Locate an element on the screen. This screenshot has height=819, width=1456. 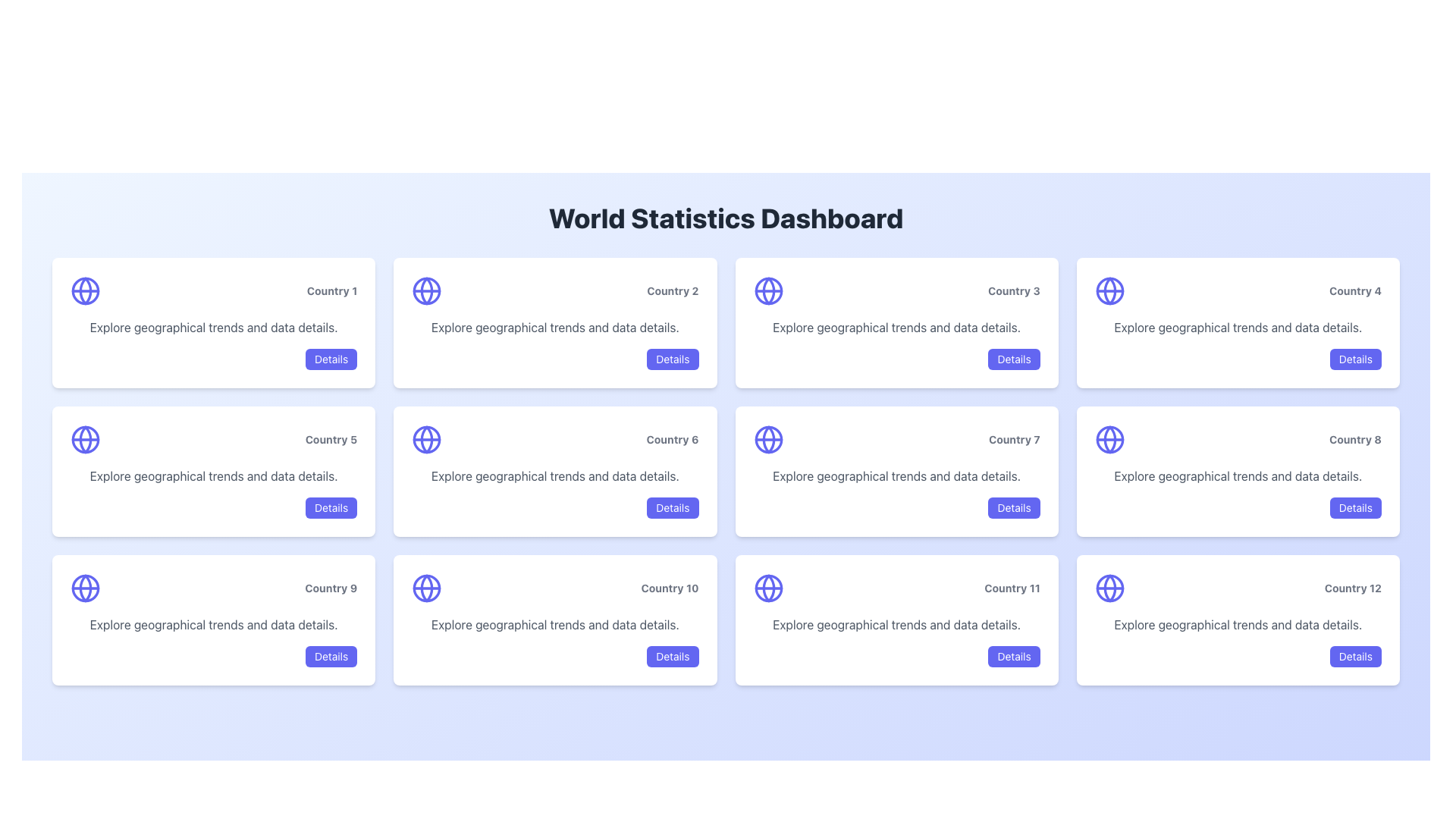
the static descriptive text label displaying 'Explore geographical trends and data details.' located in the eighth item card labeled 'Country 8' is located at coordinates (1238, 475).